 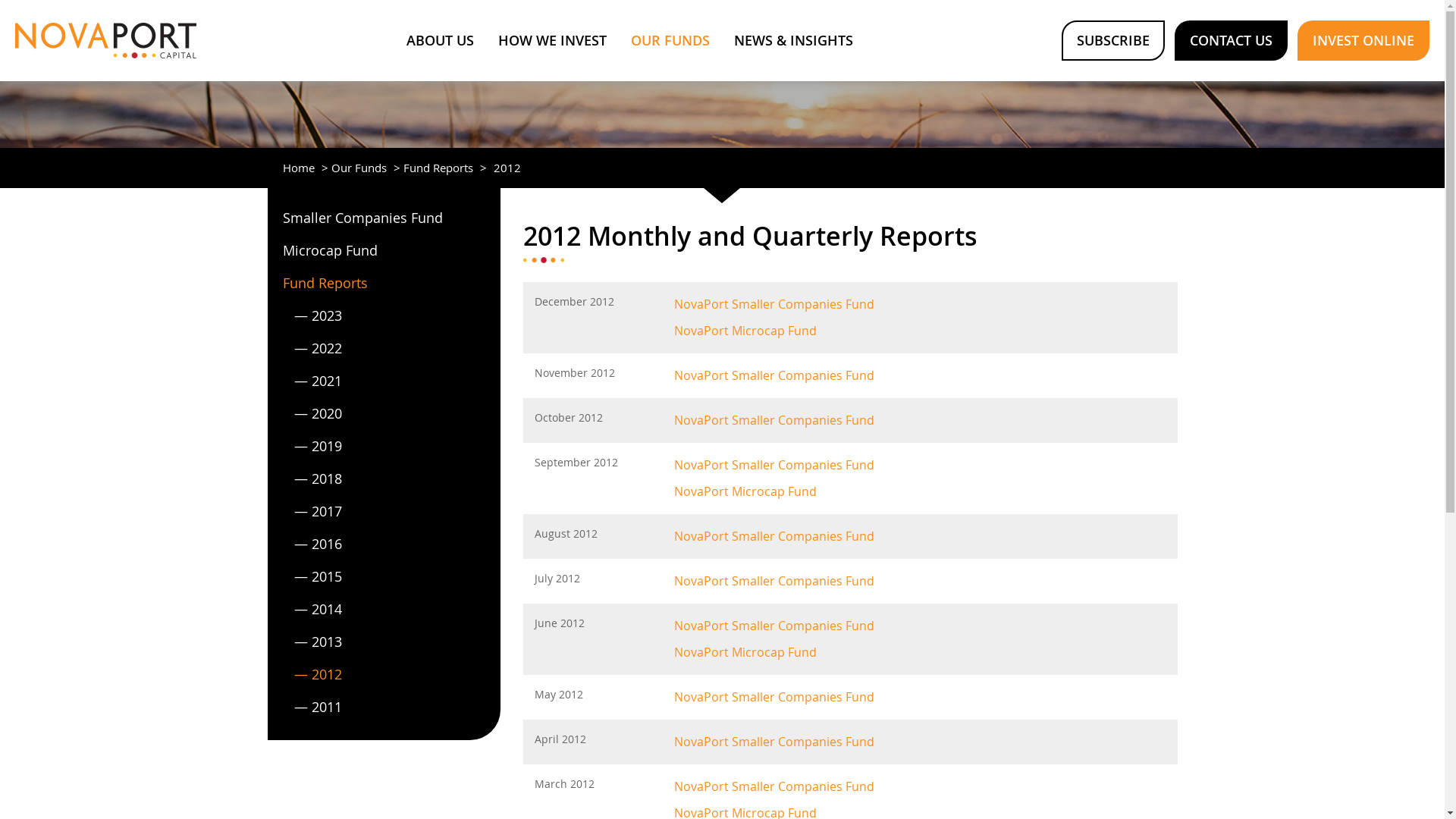 What do you see at coordinates (1061, 39) in the screenshot?
I see `'SUBSCRIBE'` at bounding box center [1061, 39].